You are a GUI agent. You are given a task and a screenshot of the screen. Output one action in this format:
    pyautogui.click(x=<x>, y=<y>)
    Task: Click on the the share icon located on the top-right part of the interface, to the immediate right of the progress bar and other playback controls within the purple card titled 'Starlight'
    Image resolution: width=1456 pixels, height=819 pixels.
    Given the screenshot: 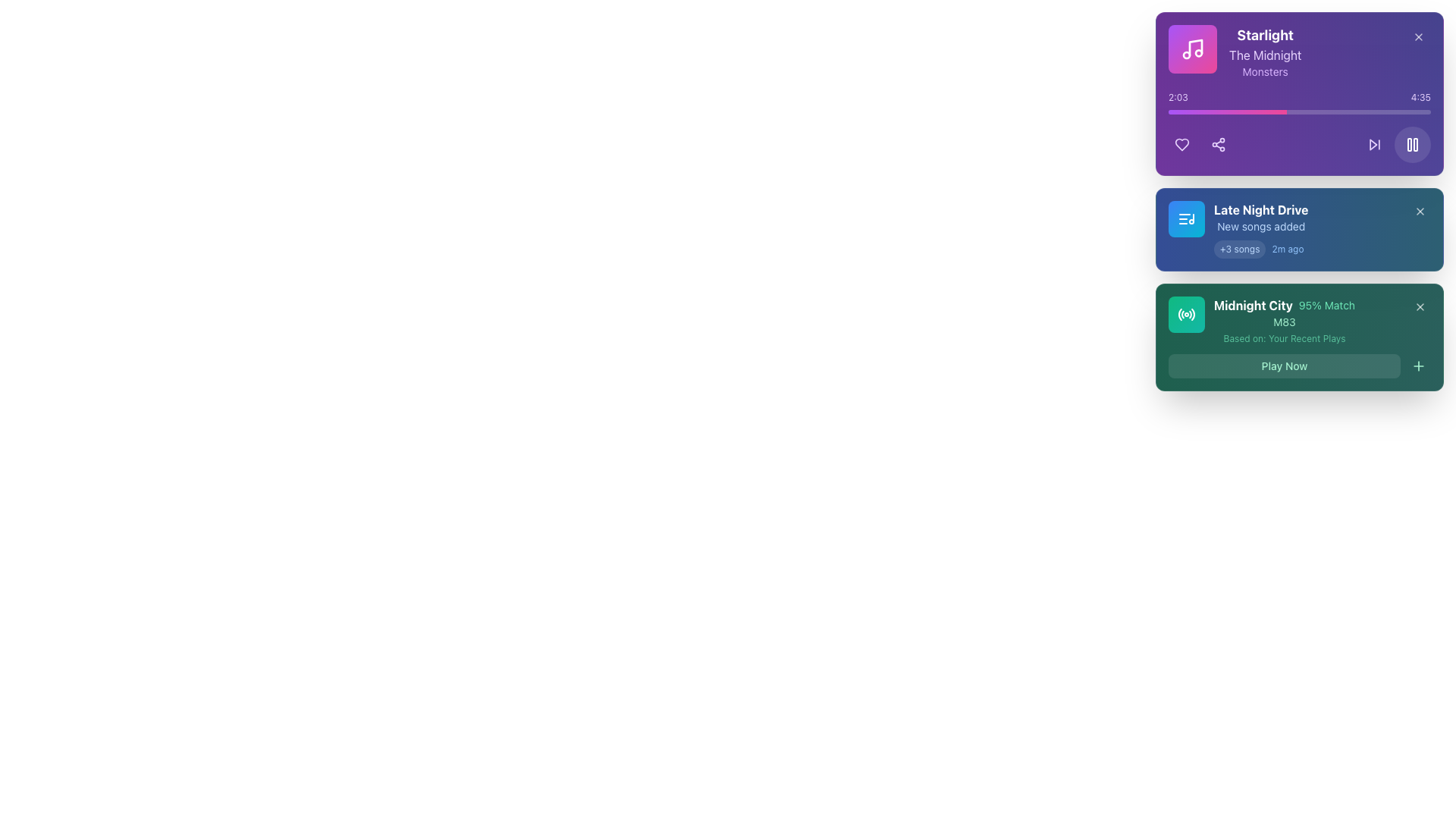 What is the action you would take?
    pyautogui.click(x=1219, y=145)
    